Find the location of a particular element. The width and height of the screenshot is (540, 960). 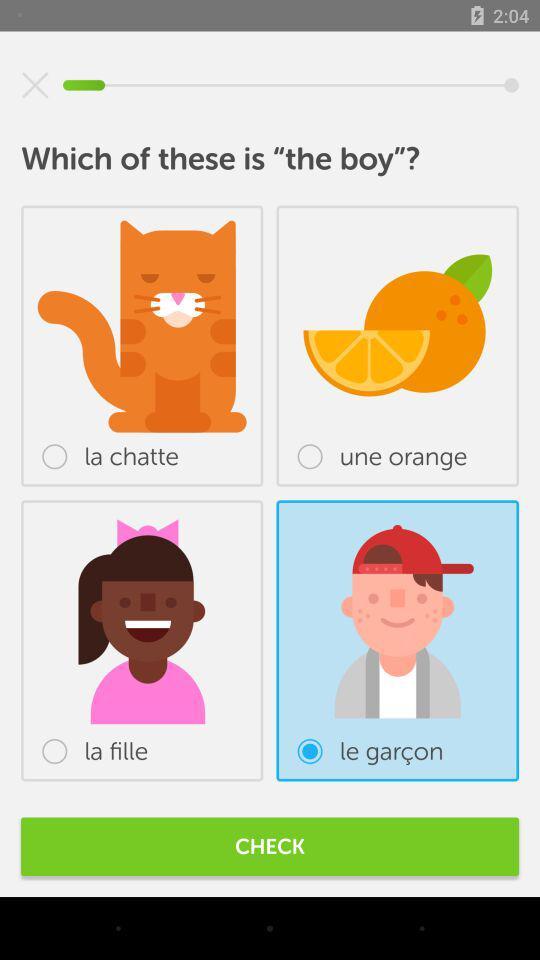

close is located at coordinates (35, 85).